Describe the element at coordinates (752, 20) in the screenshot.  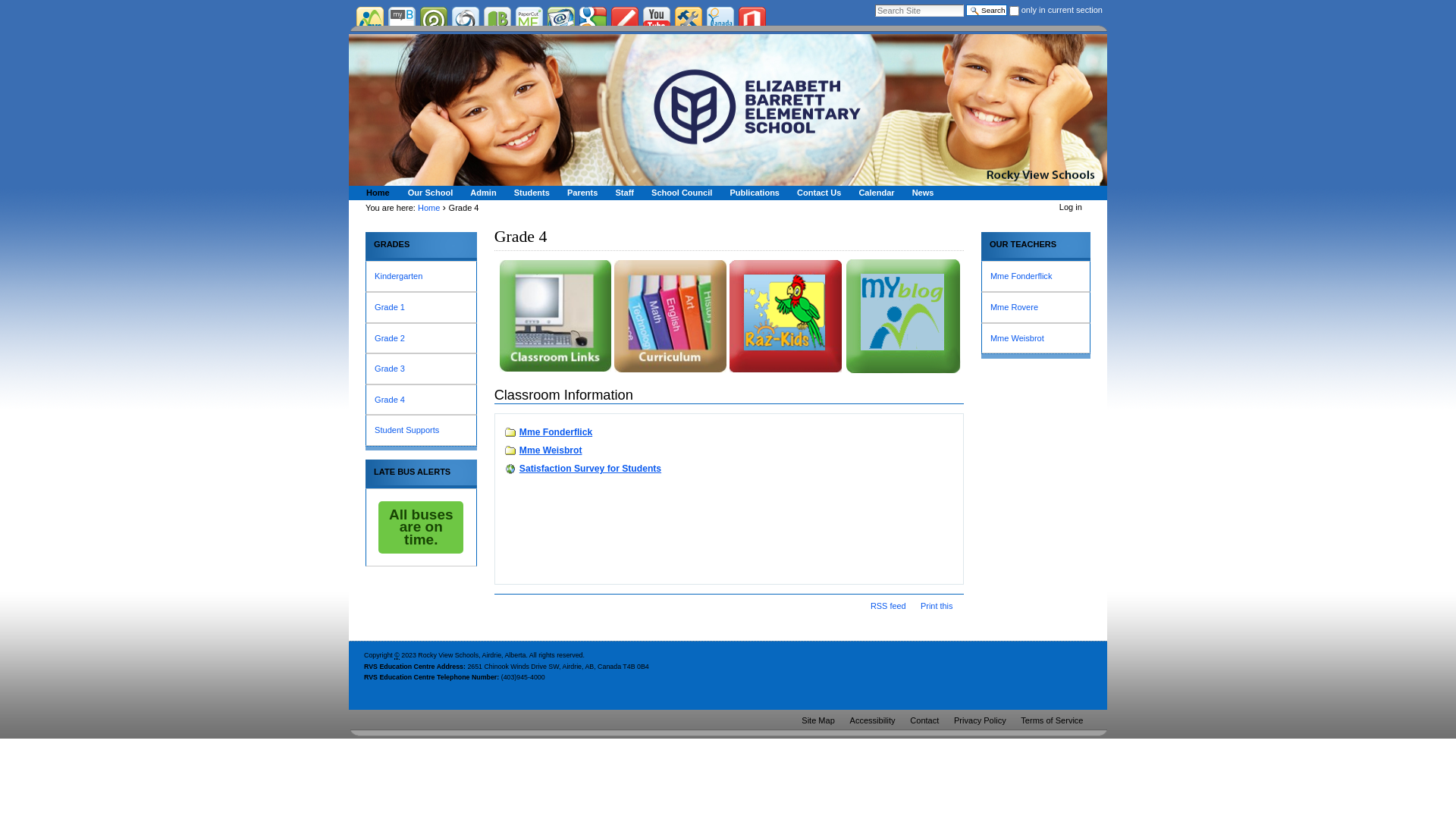
I see `'Office 365'` at that location.